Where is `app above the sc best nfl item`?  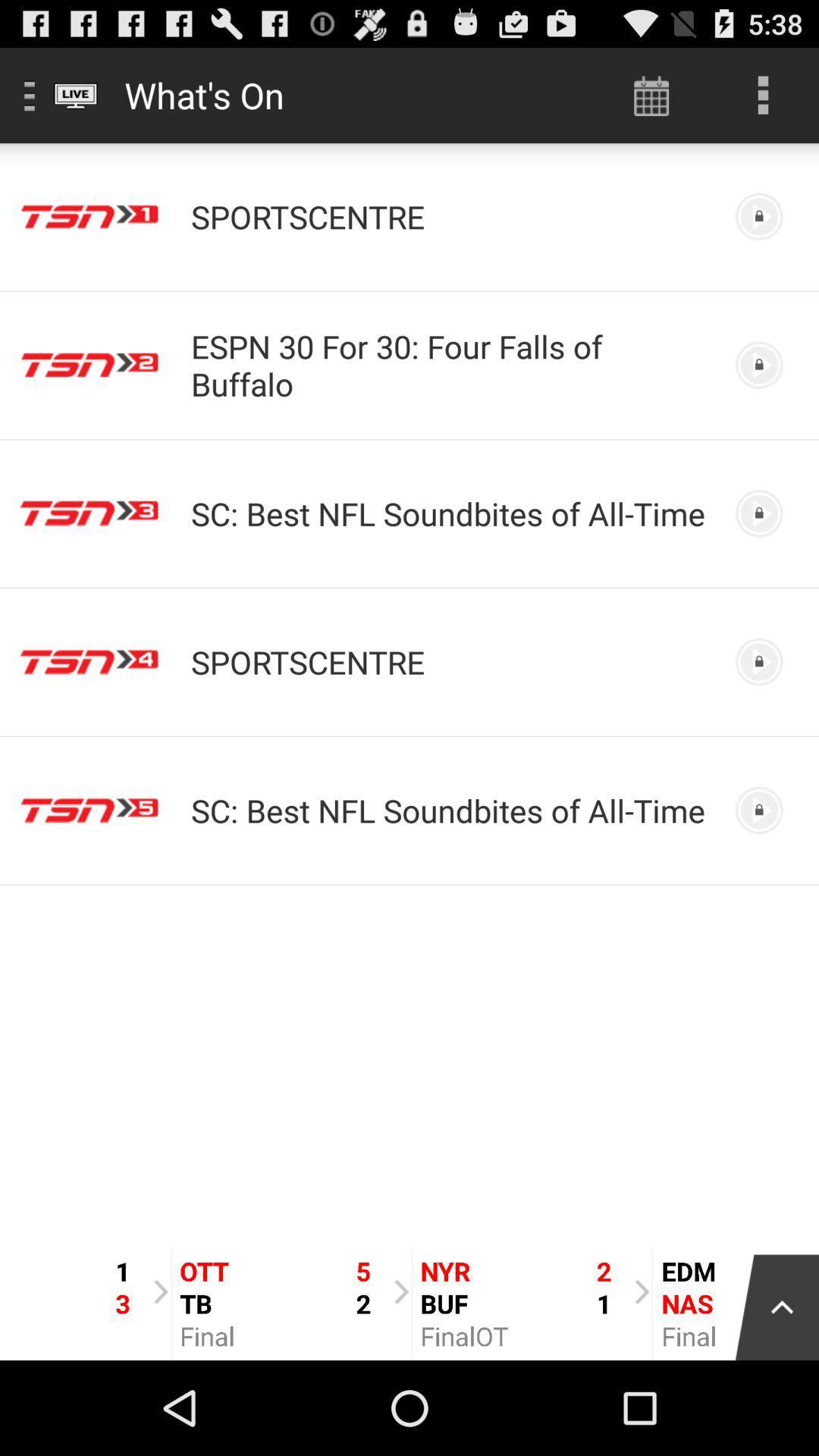 app above the sc best nfl item is located at coordinates (449, 365).